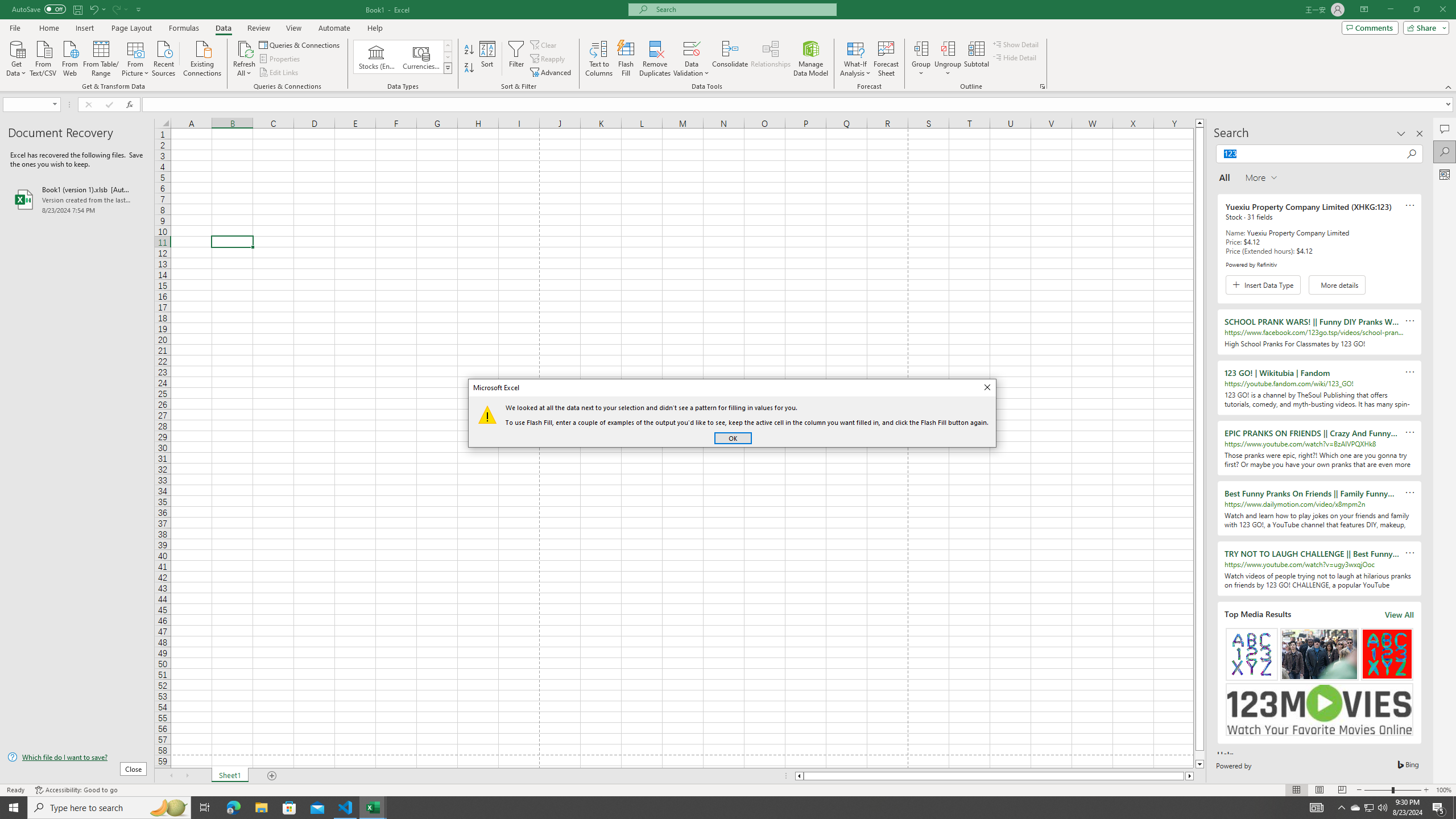  I want to click on 'Sort A to Z', so click(469, 49).